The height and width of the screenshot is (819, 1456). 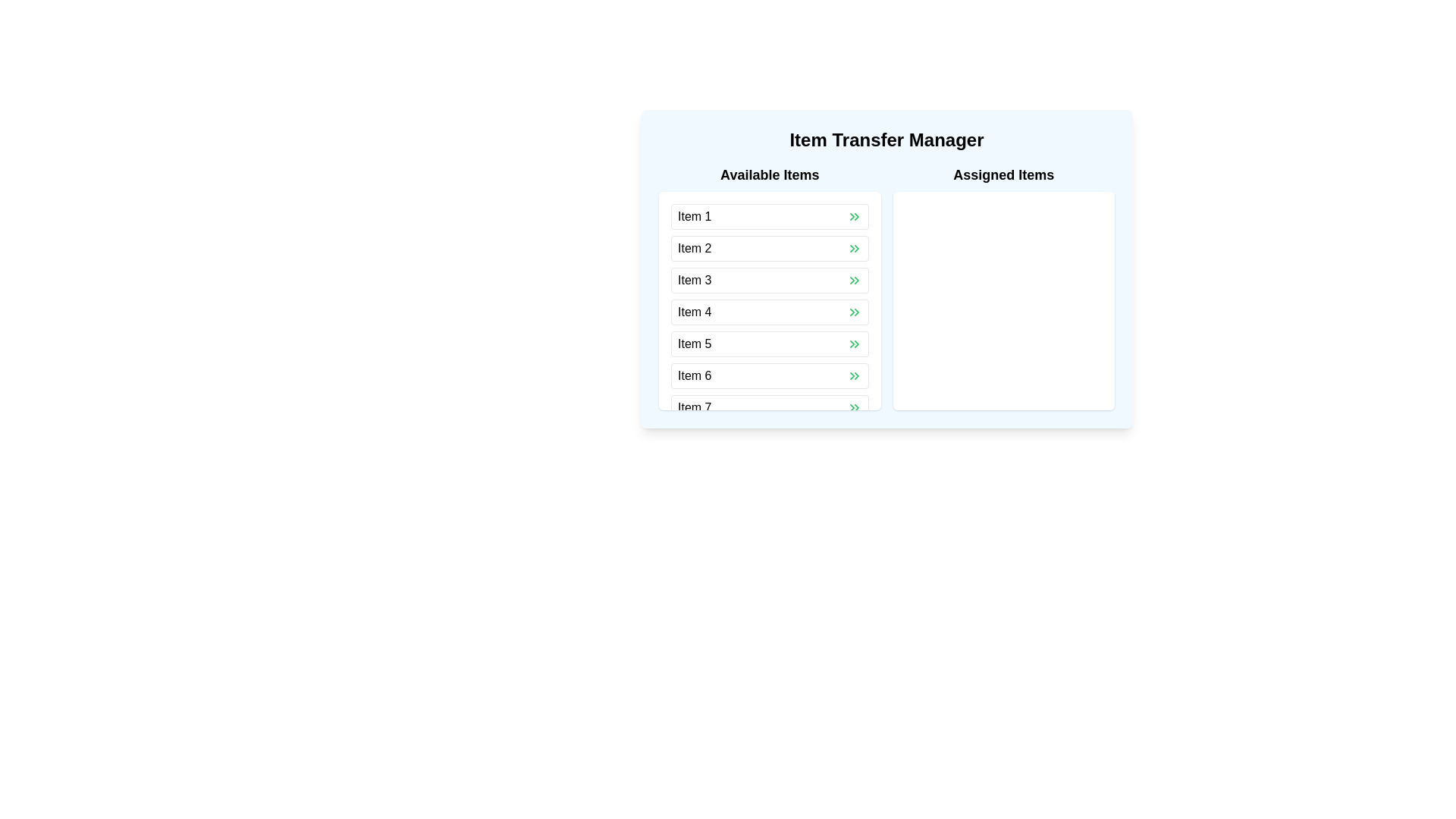 What do you see at coordinates (770, 375) in the screenshot?
I see `the List Item labeled 'Item 6' which is the sixth item in the 'Available Items' list to focus it` at bounding box center [770, 375].